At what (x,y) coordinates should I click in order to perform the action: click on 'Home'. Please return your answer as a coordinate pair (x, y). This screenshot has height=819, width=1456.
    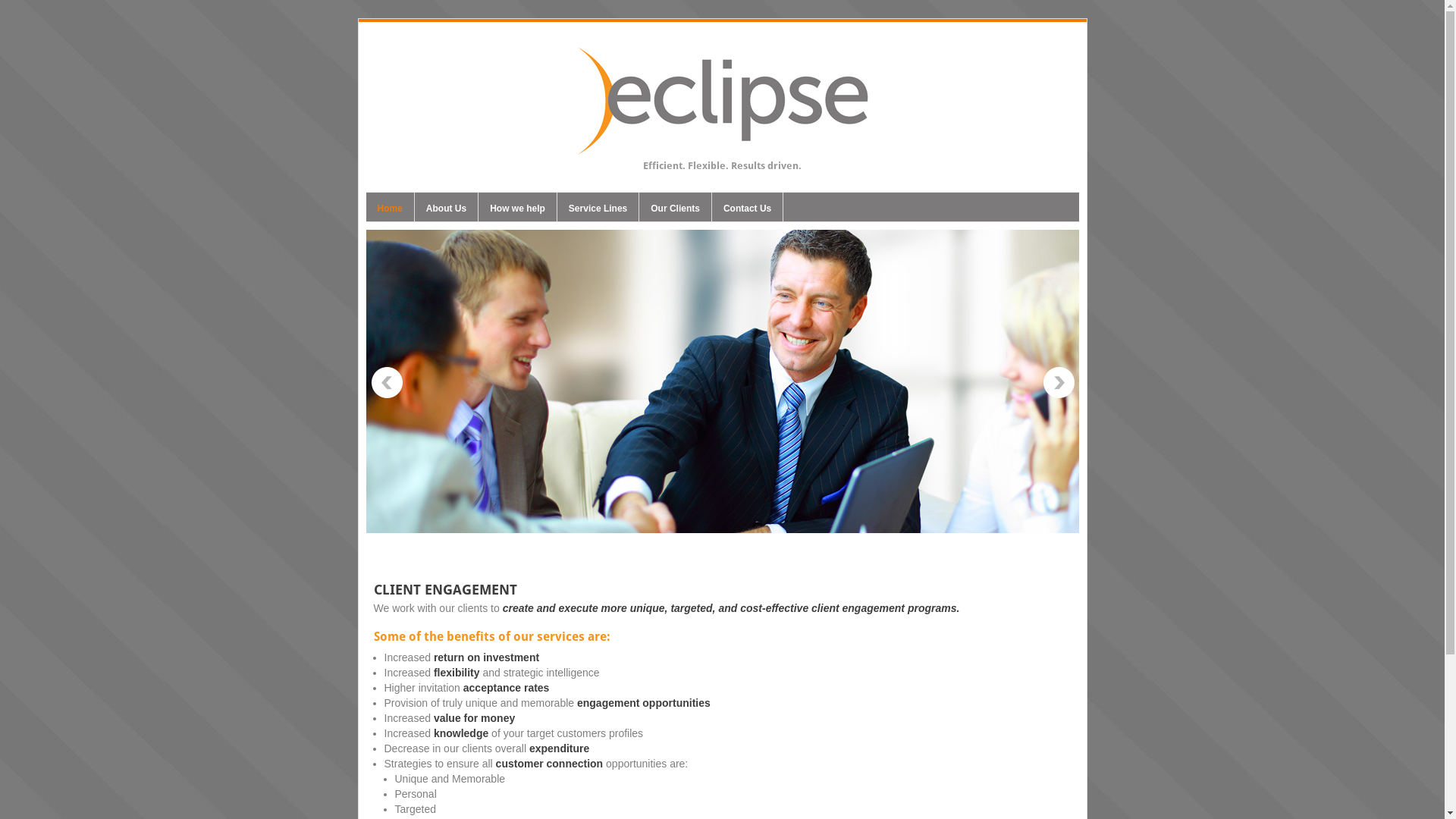
    Looking at the image, I should click on (365, 210).